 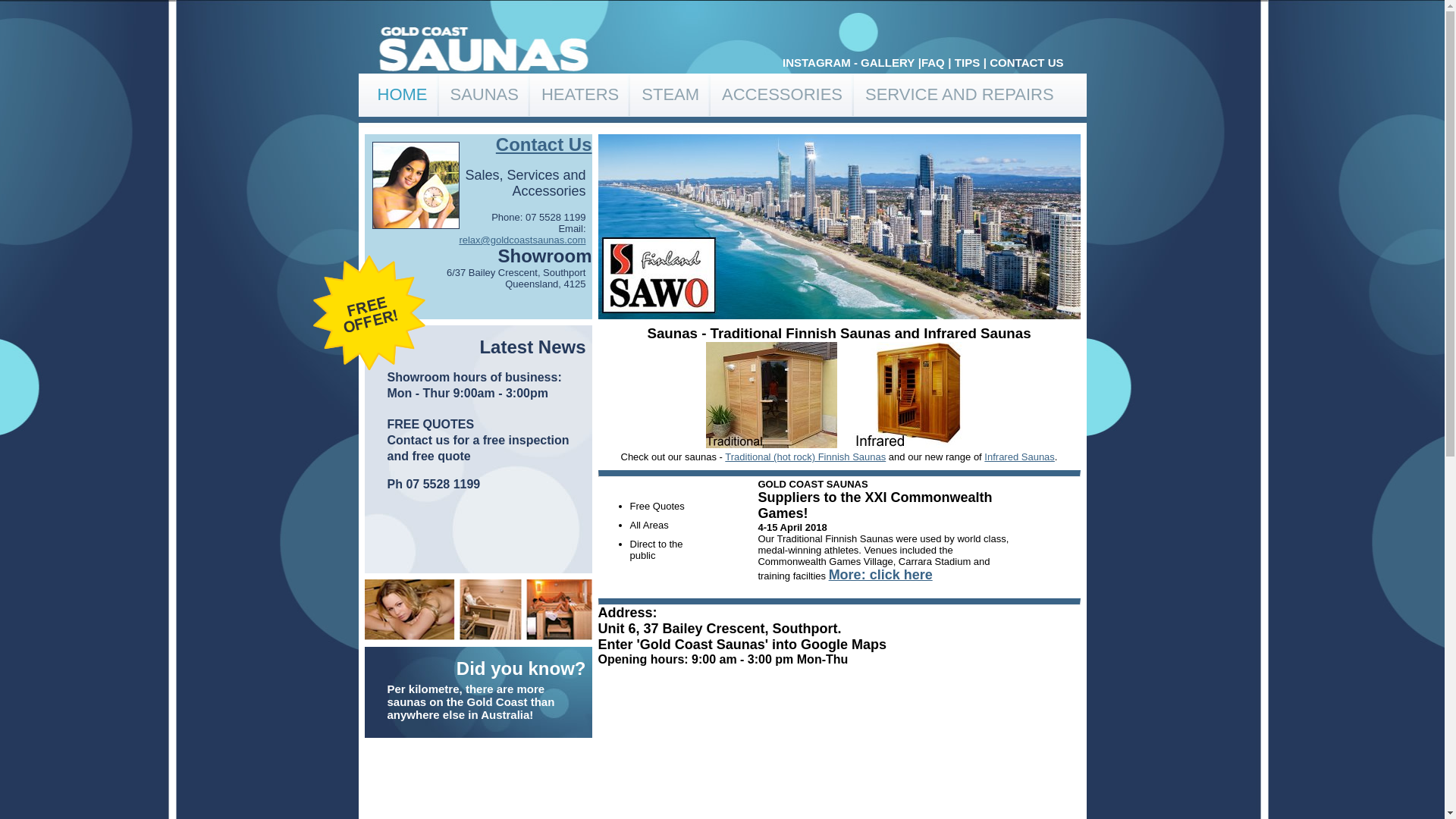 I want to click on 'Contact Us', so click(x=544, y=144).